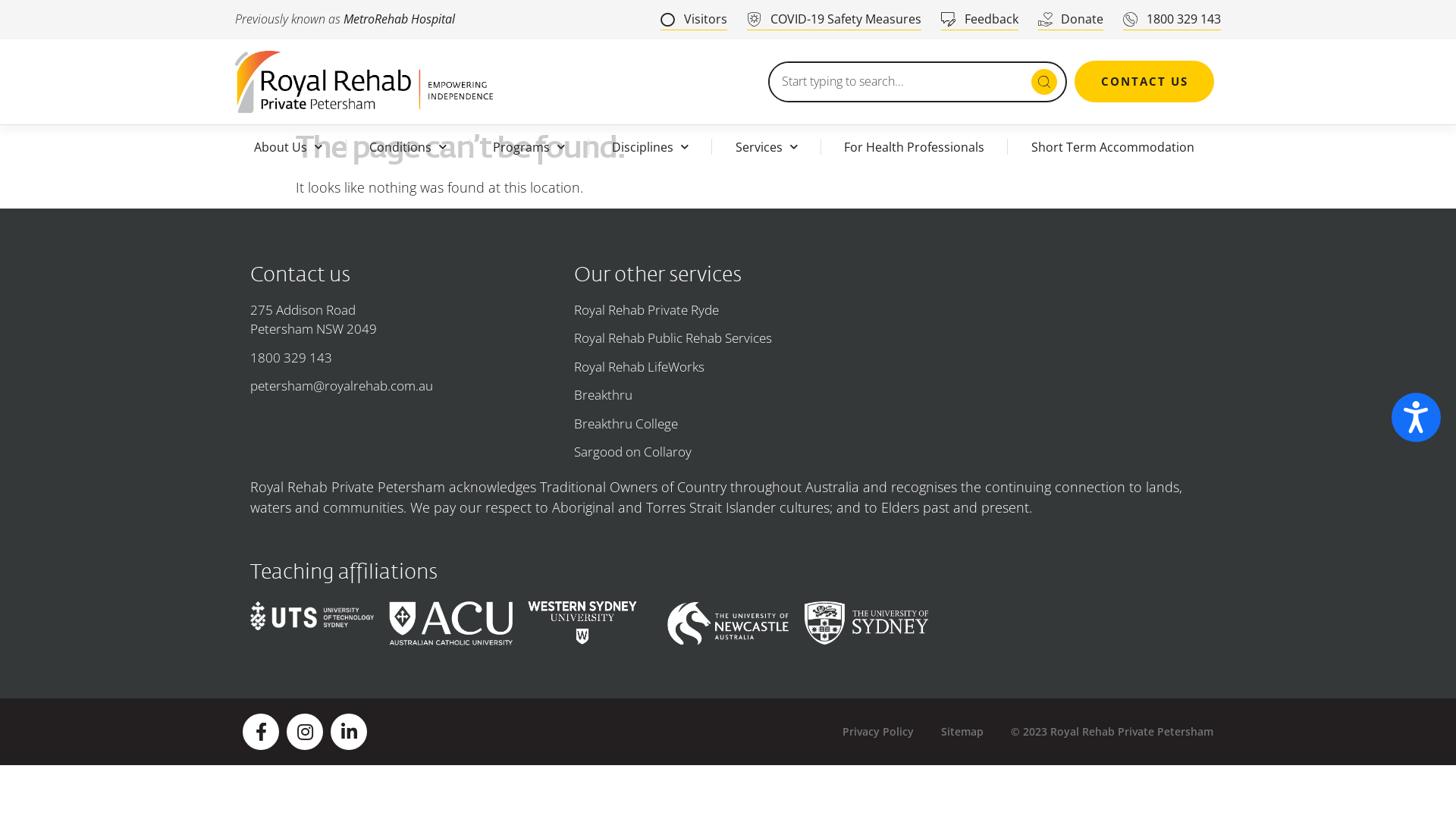 This screenshot has height=819, width=1456. I want to click on 'MetroRehab Hospital', so click(342, 18).